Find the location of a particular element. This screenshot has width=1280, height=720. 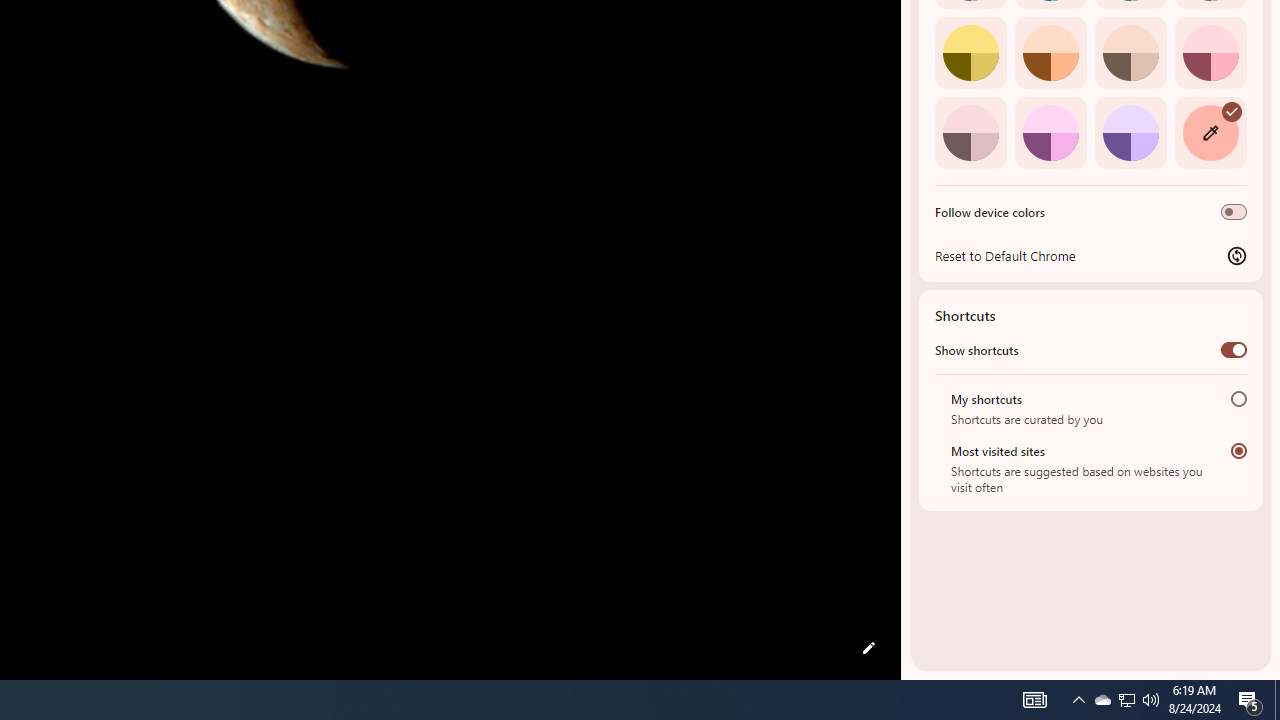

'Customize this page' is located at coordinates (868, 648).